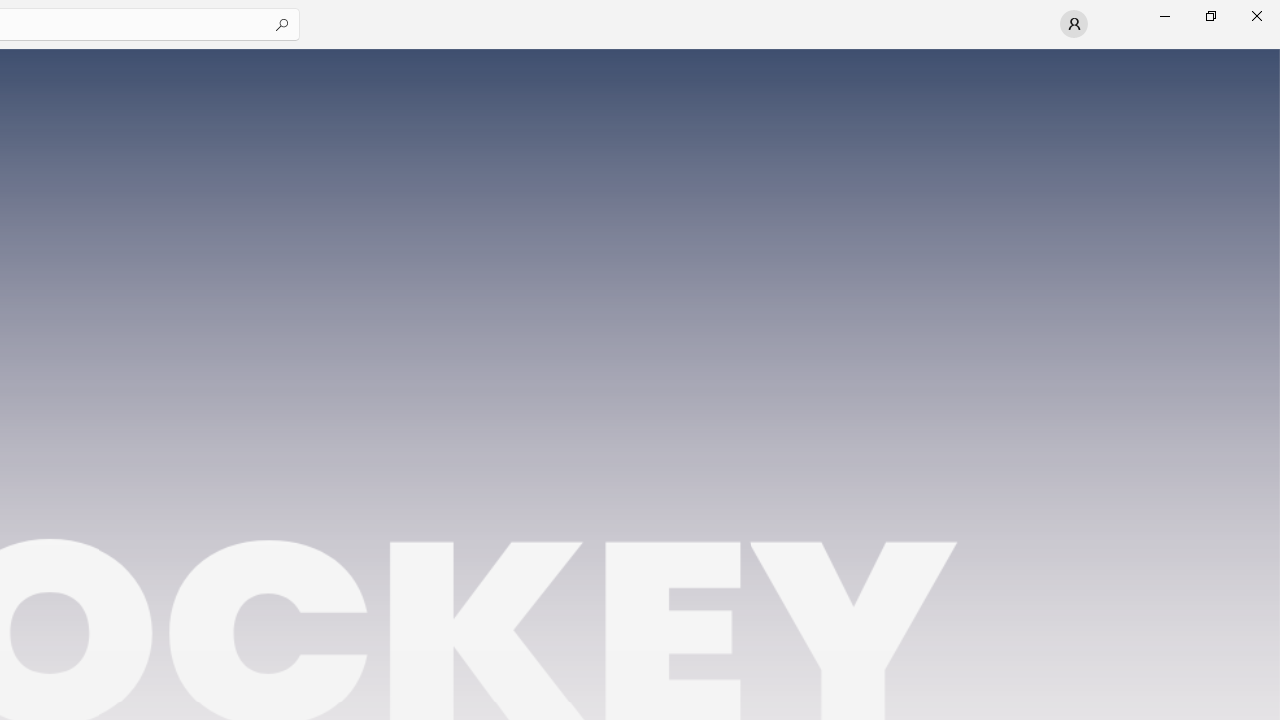  What do you see at coordinates (1164, 15) in the screenshot?
I see `'Minimize Microsoft Store'` at bounding box center [1164, 15].